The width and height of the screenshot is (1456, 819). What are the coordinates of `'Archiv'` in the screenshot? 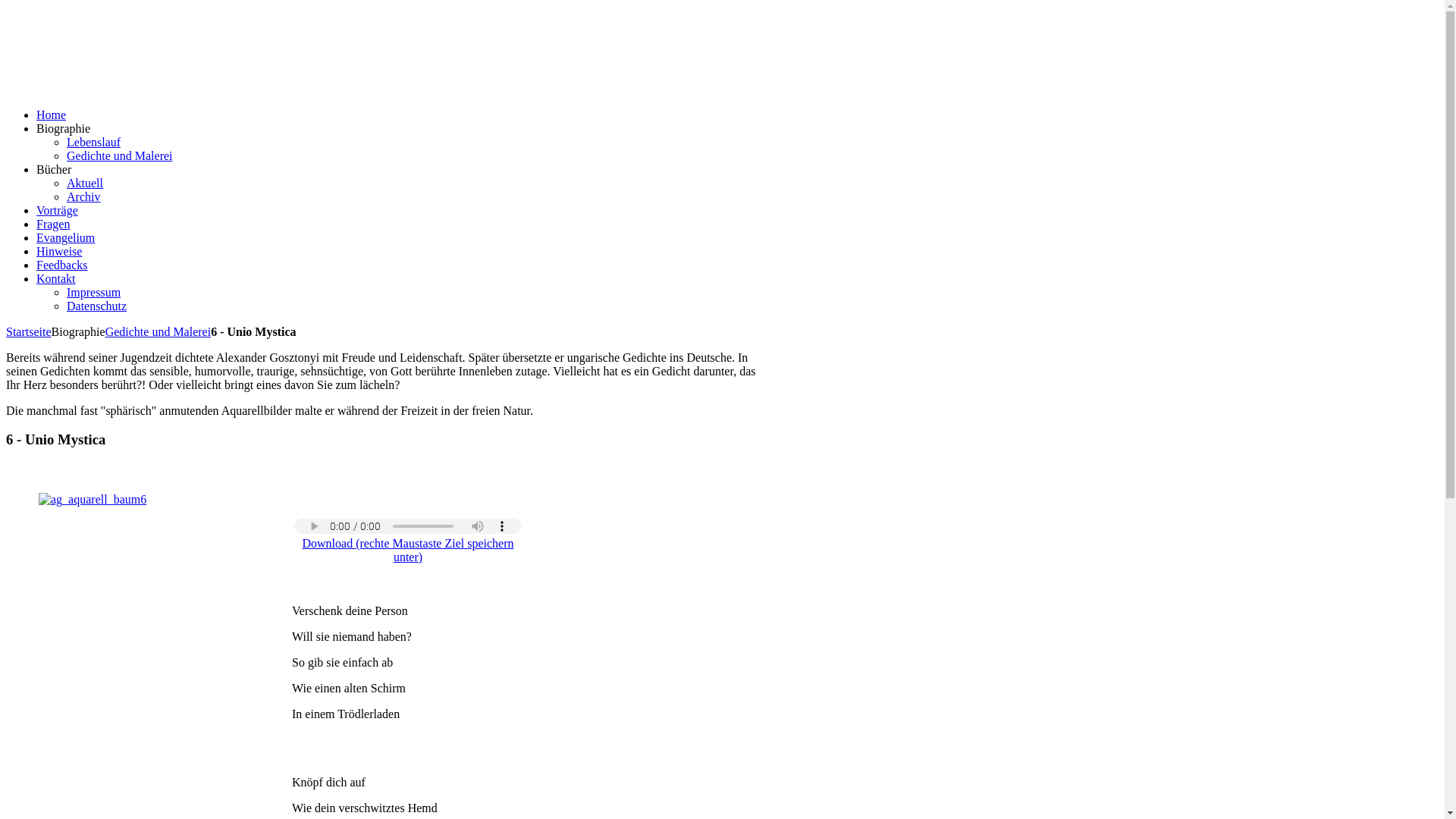 It's located at (83, 196).